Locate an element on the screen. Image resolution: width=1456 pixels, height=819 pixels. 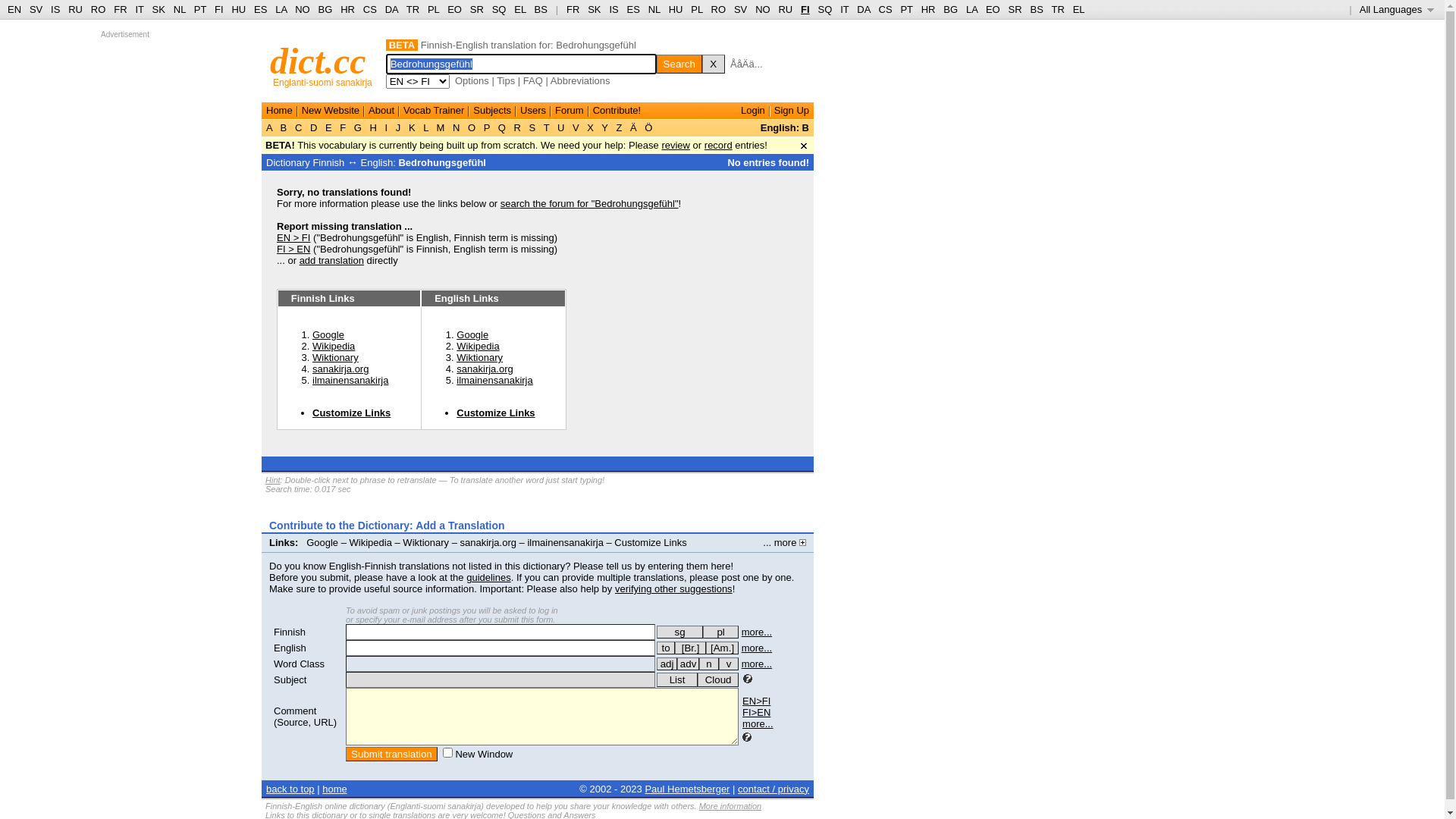
'F' is located at coordinates (342, 127).